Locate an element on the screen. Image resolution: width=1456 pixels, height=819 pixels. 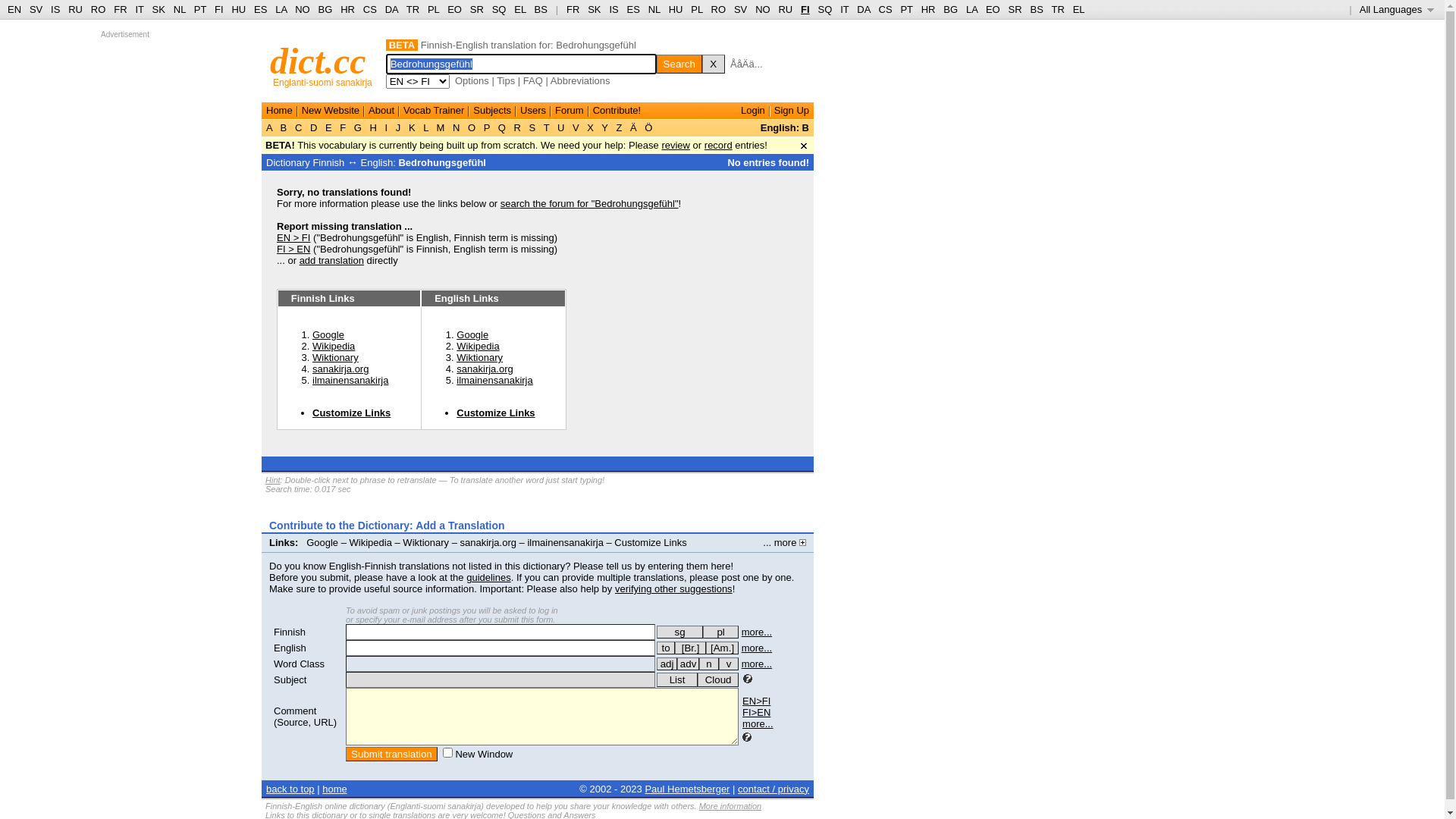
'F' is located at coordinates (342, 127).